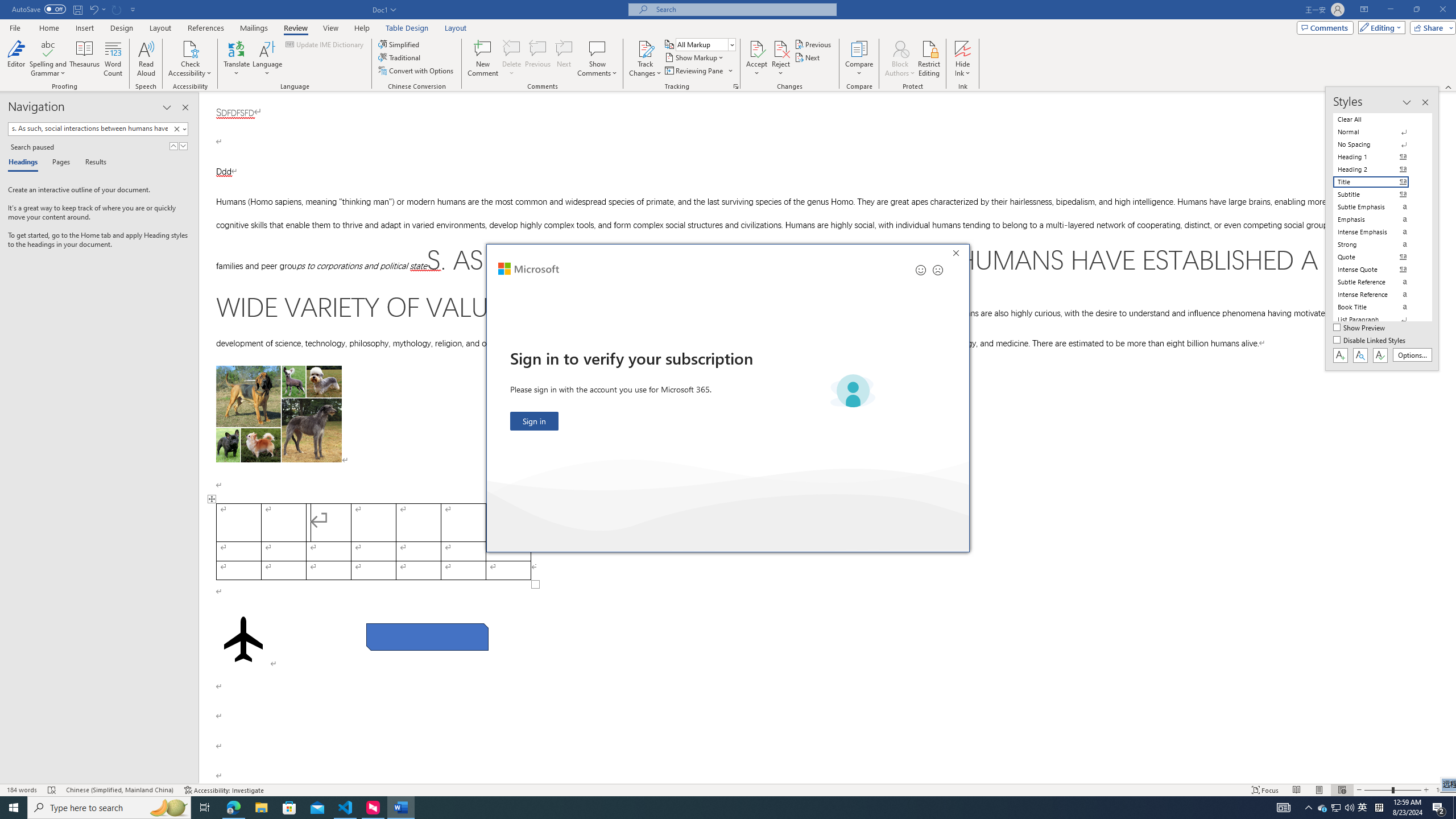  Describe the element at coordinates (48, 59) in the screenshot. I see `'Spelling and Grammar'` at that location.